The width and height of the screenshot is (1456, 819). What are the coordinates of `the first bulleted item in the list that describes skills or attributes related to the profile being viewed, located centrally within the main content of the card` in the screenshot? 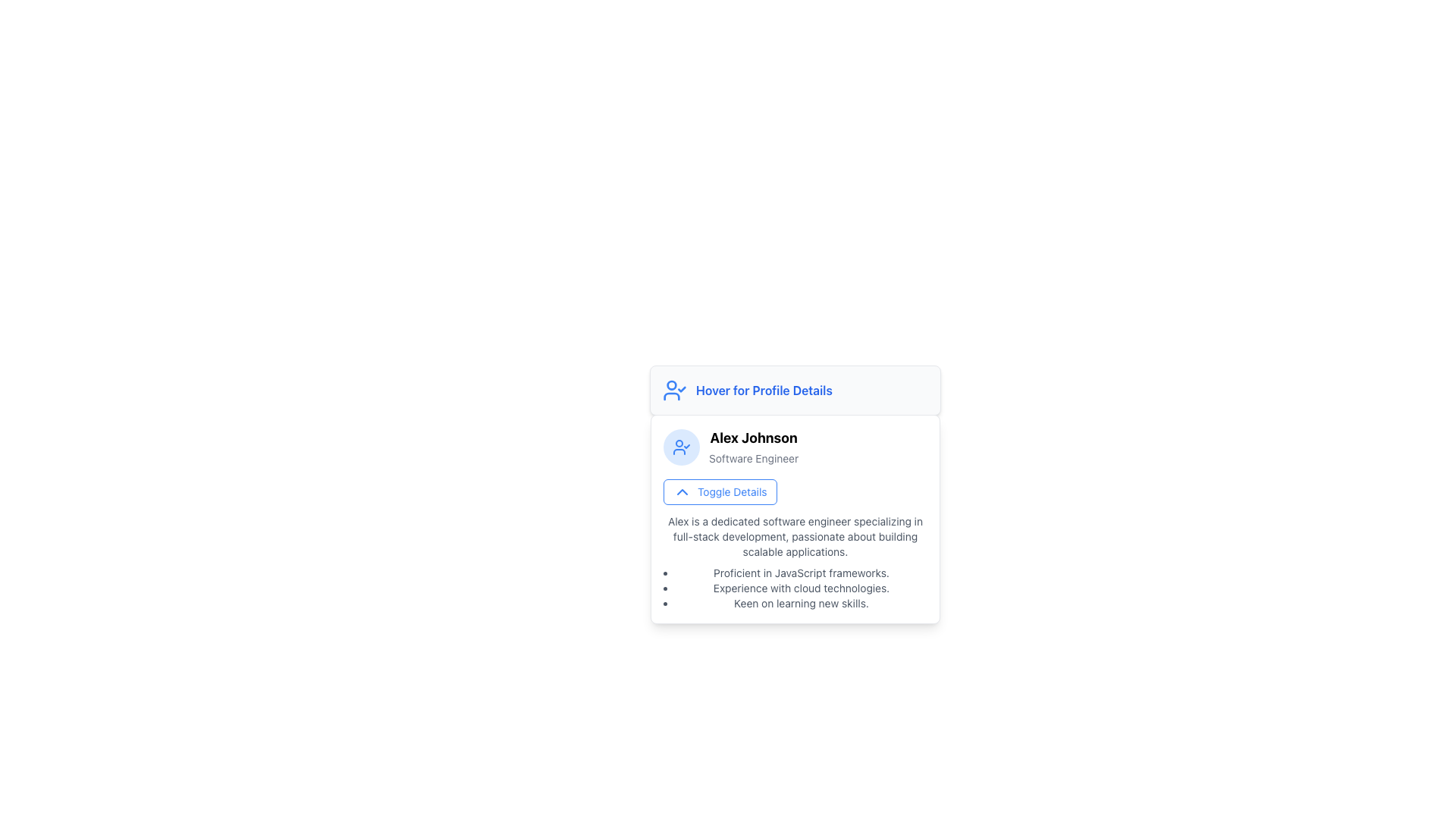 It's located at (800, 573).